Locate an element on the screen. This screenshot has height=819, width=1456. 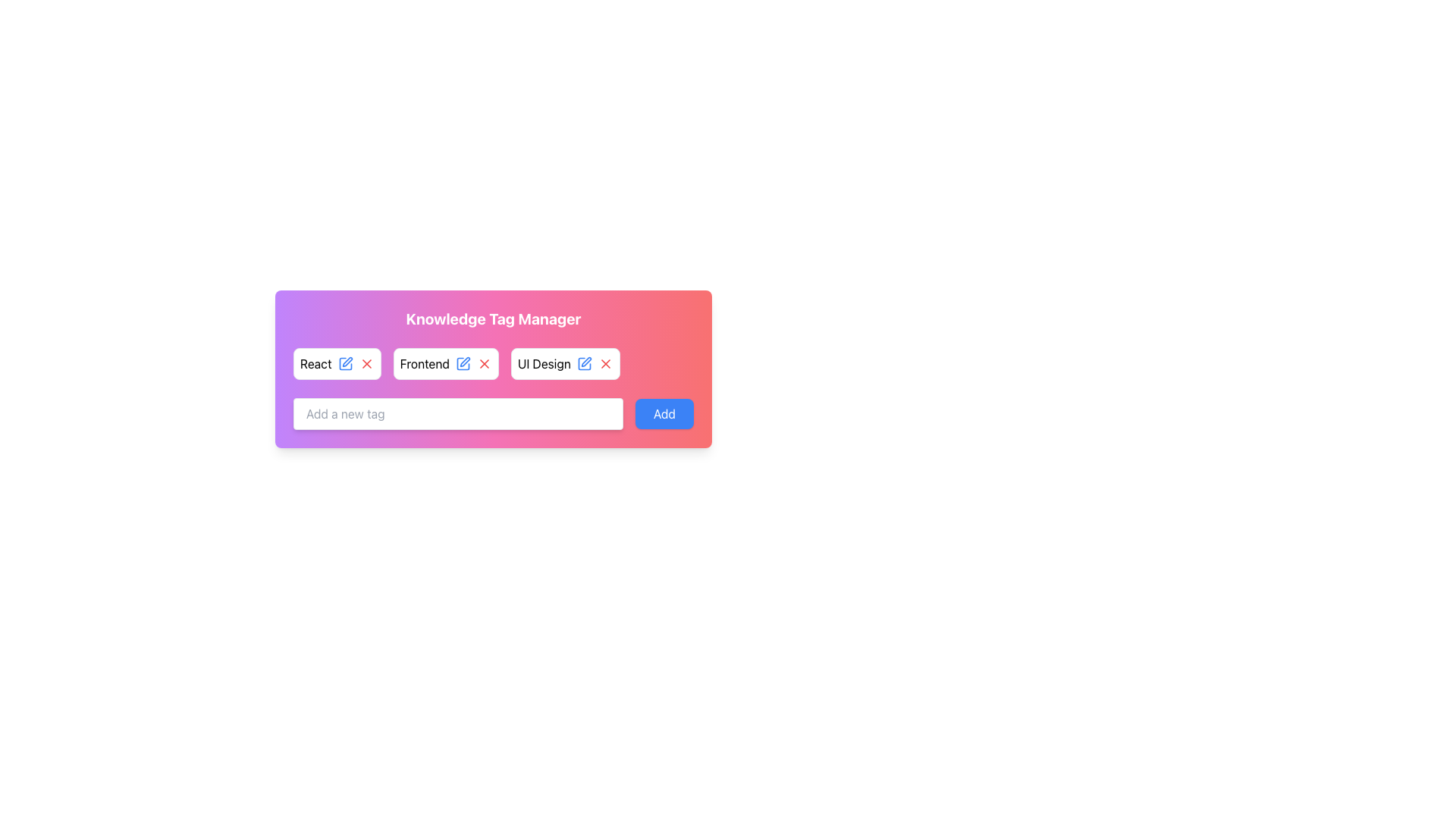
the red 'X' close button located to the right of the 'React' text in the tag is located at coordinates (366, 363).